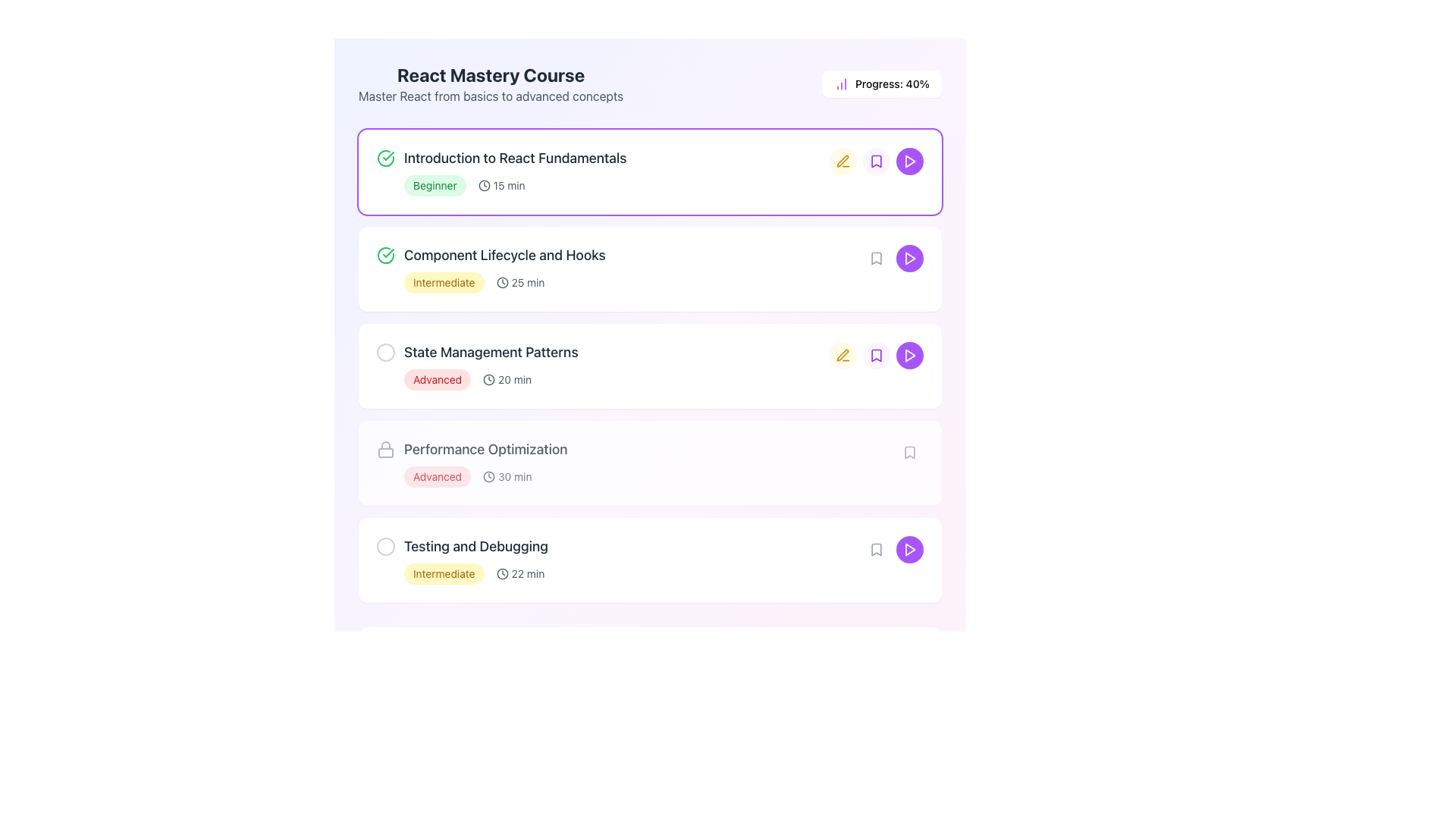 The height and width of the screenshot is (819, 1456). Describe the element at coordinates (910, 257) in the screenshot. I see `the play button located on the far right of the second course section titled 'Component Lifecycle and Hooks' to initiate playback` at that location.